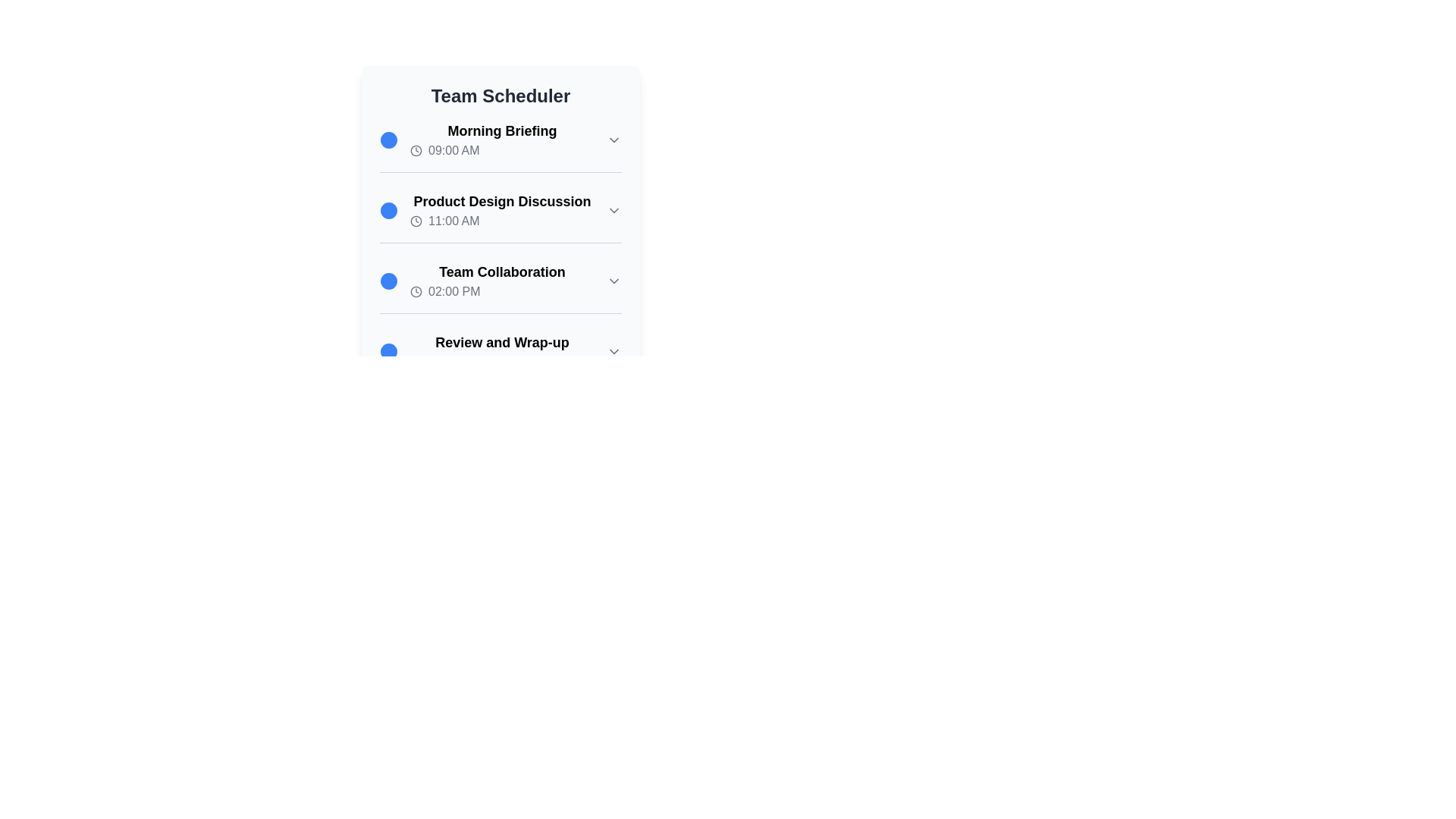  Describe the element at coordinates (614, 351) in the screenshot. I see `the toggle button at the far right side of the 'Review and Wrap-up 04:30 PM' entry` at that location.